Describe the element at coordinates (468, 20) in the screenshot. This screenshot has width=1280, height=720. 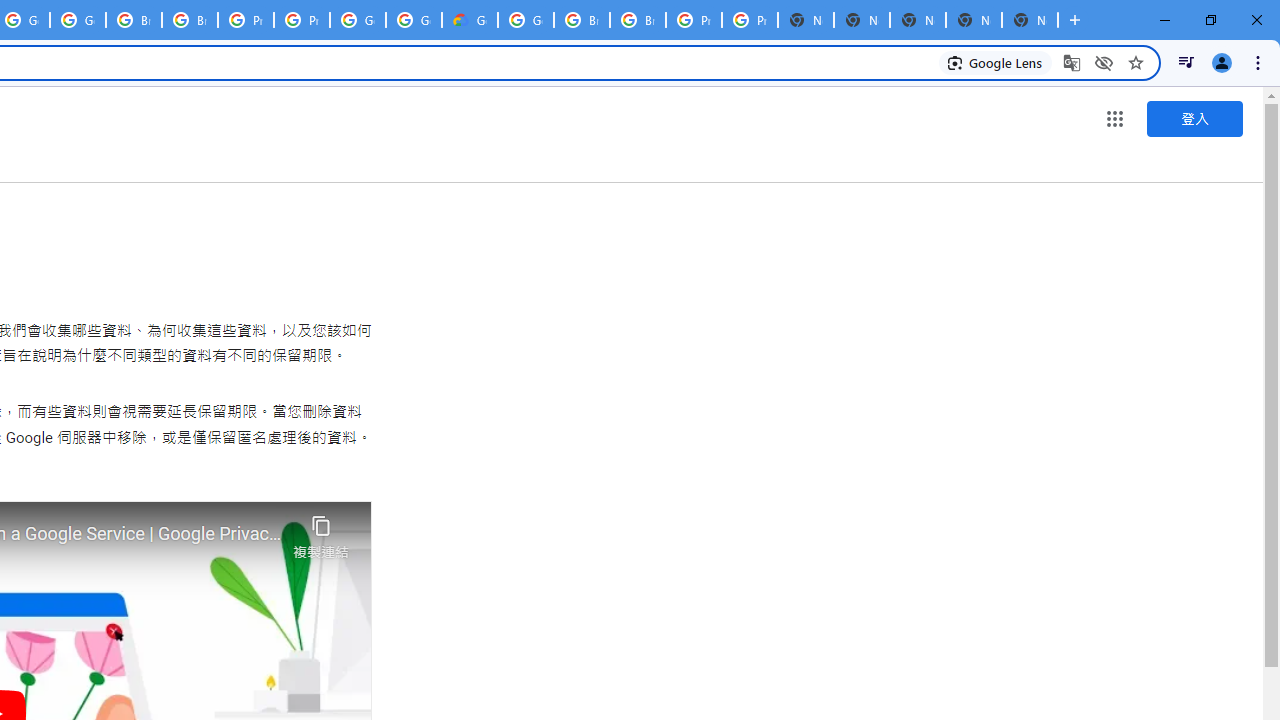
I see `'Google Cloud Estimate Summary'` at that location.